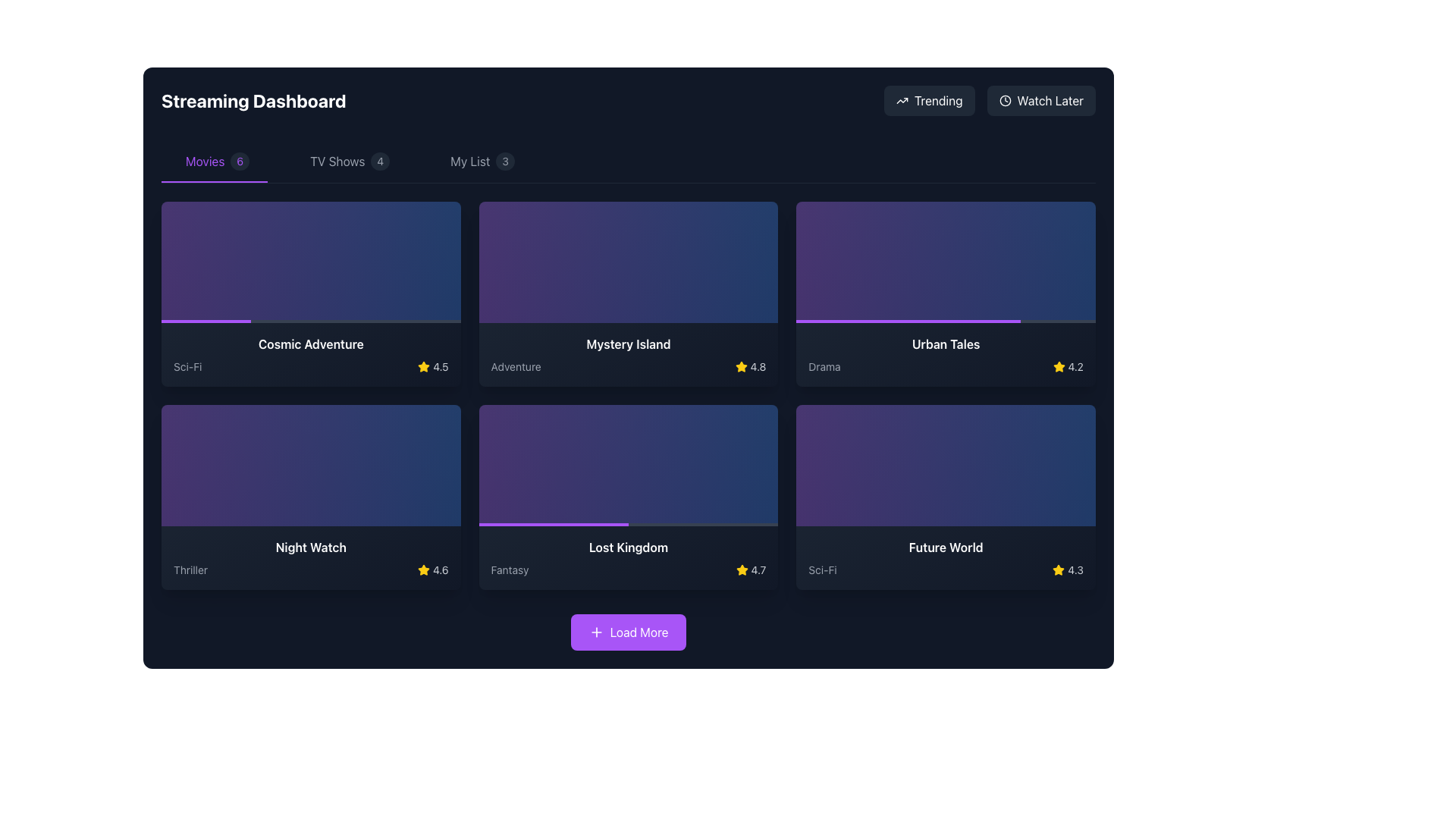 The height and width of the screenshot is (819, 1456). Describe the element at coordinates (937, 100) in the screenshot. I see `the 'Trending' text label in the navigation bar located in the top-right corner of the interface` at that location.